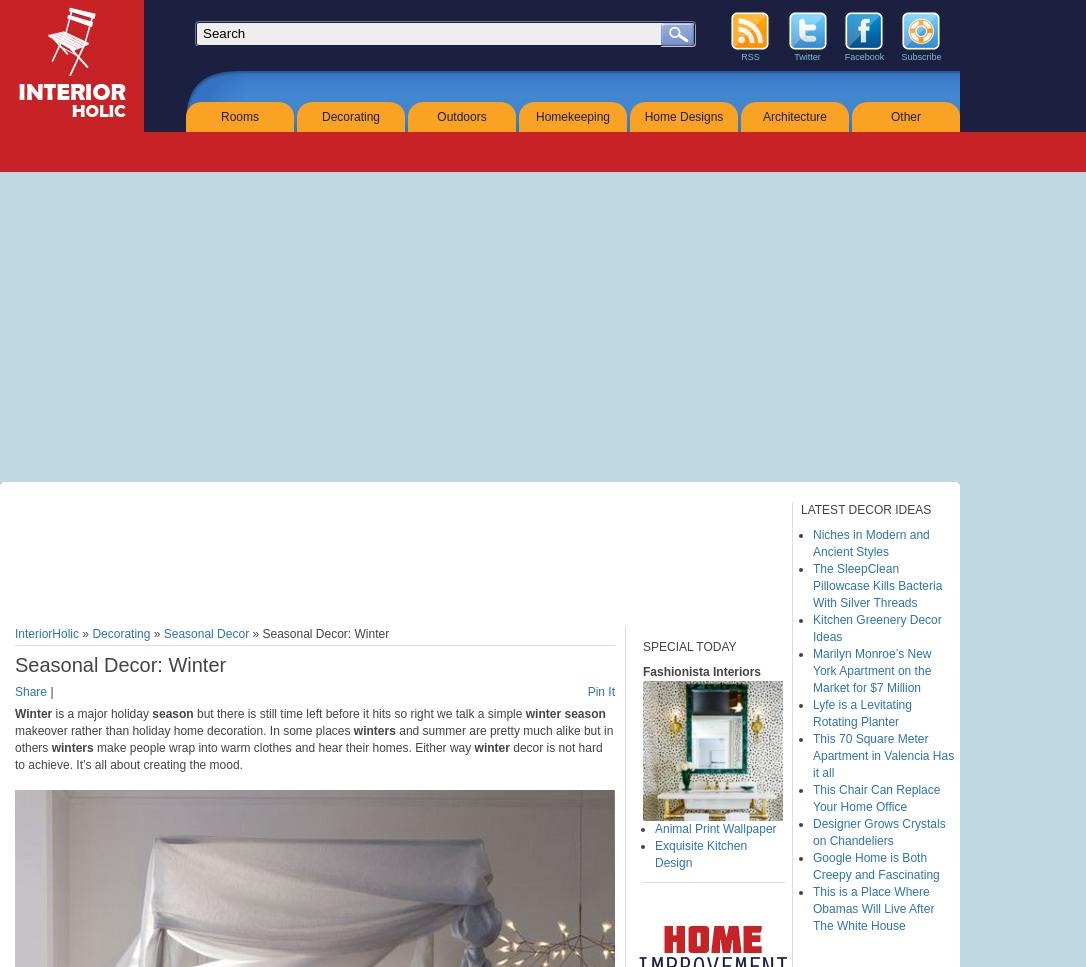 The width and height of the screenshot is (1086, 967). I want to click on 'Google Home is Both Creepy and Fascinating', so click(874, 865).